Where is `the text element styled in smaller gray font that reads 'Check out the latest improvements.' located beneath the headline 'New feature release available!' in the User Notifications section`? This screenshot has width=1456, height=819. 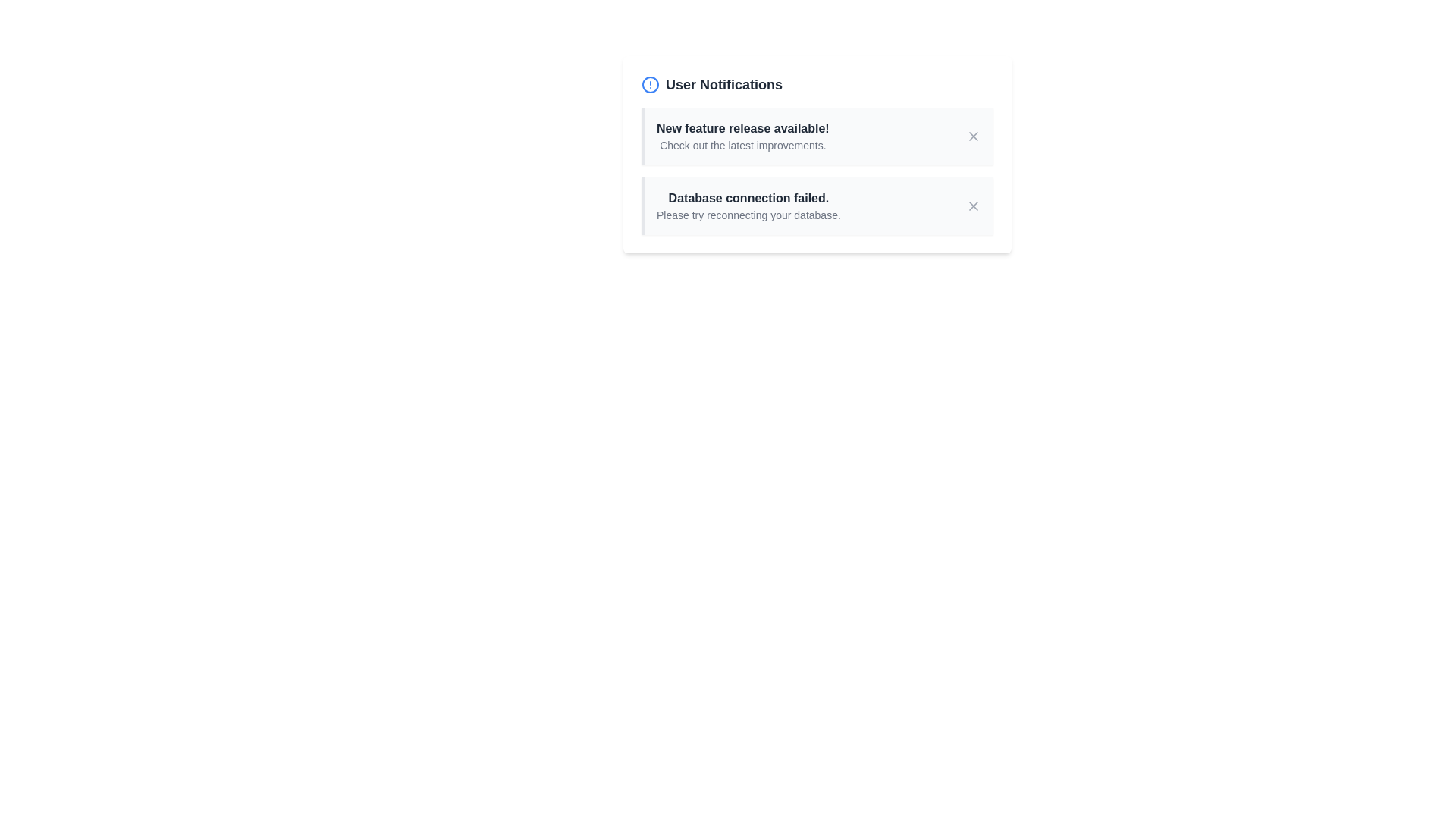
the text element styled in smaller gray font that reads 'Check out the latest improvements.' located beneath the headline 'New feature release available!' in the User Notifications section is located at coordinates (742, 146).